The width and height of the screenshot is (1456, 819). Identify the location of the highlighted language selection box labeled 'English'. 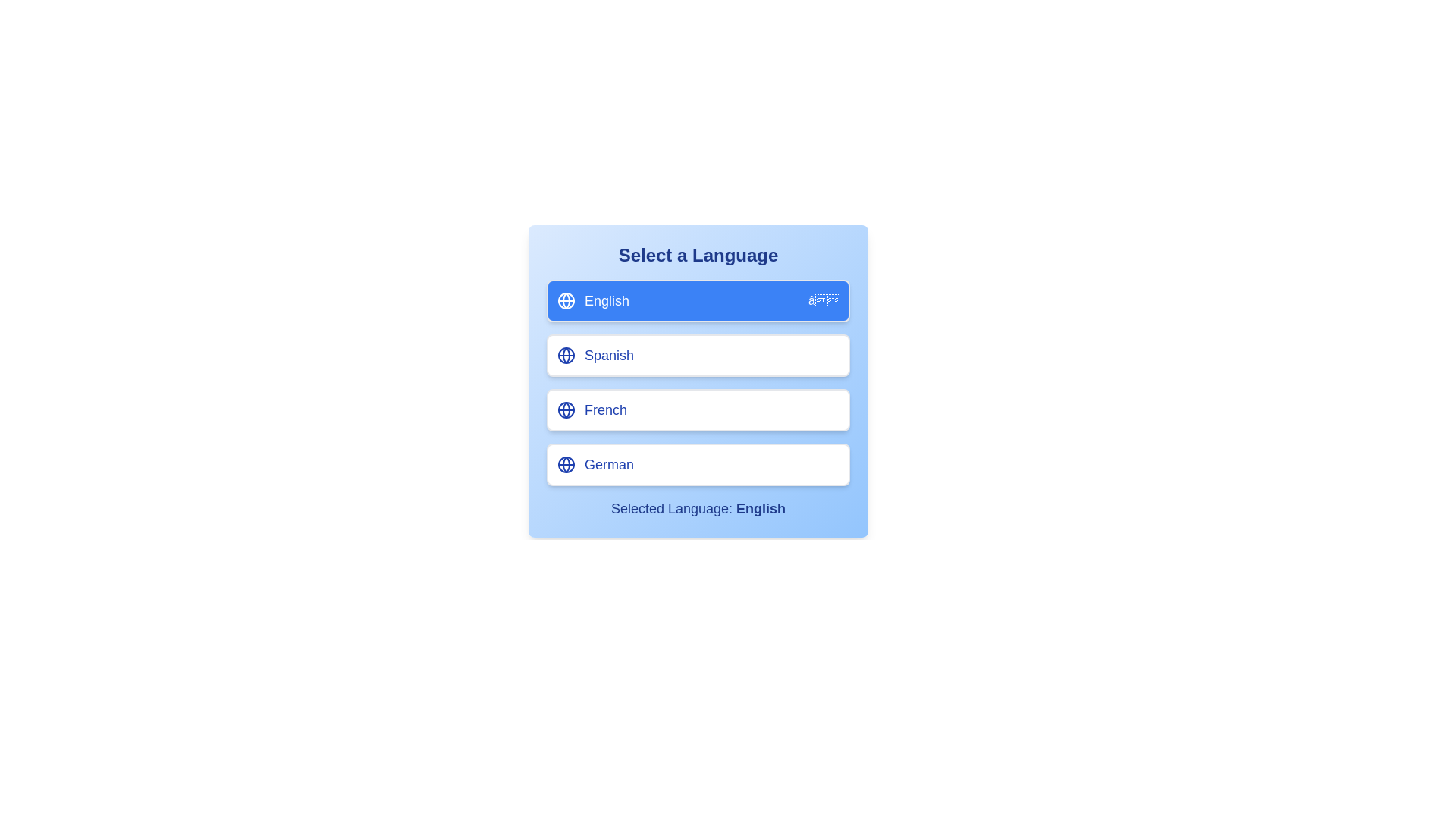
(566, 301).